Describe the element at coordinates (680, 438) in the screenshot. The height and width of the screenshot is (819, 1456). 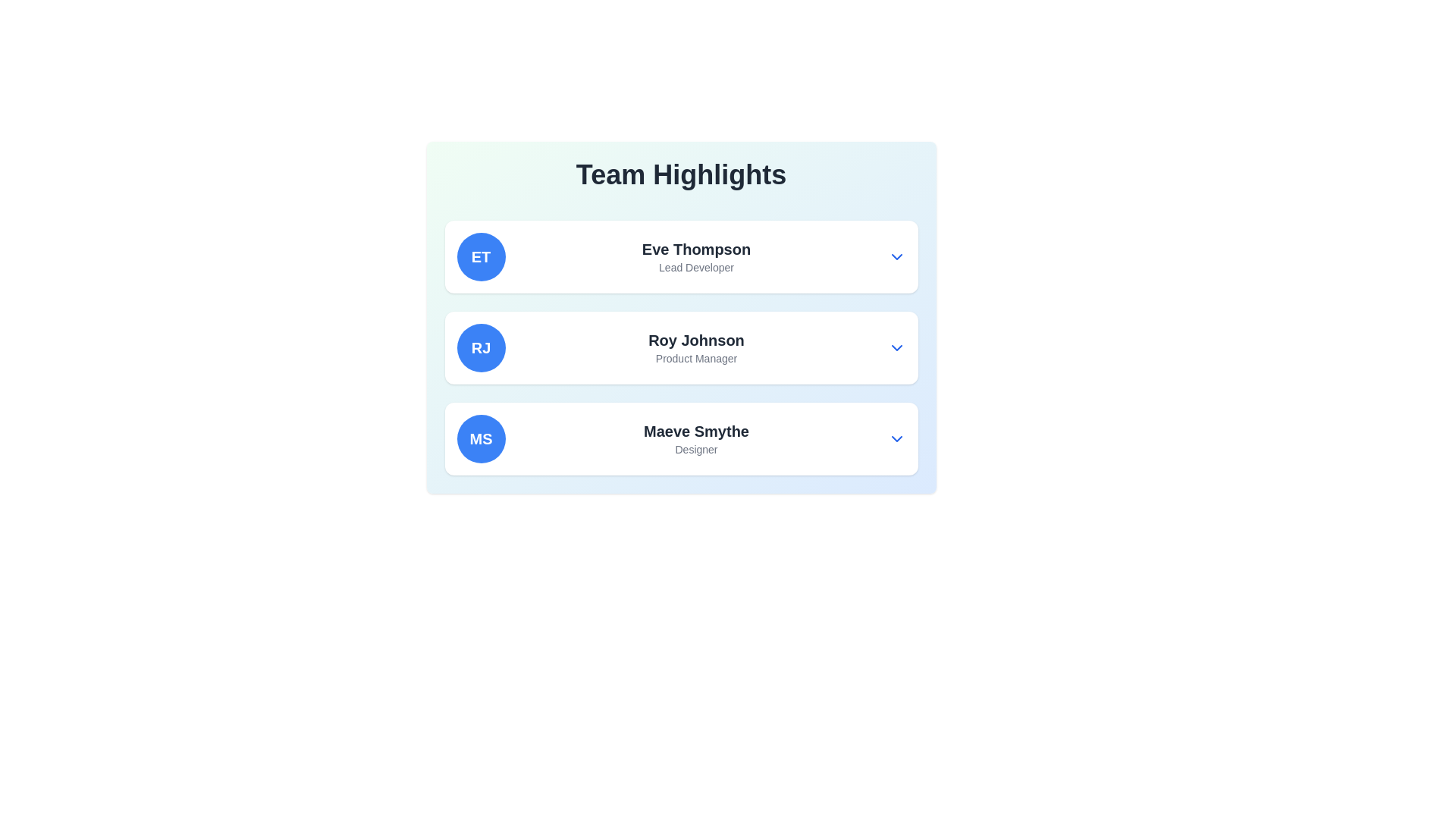
I see `the third entry in the 'Team Highlights' list, which displays an individual's initials, full name, and role` at that location.